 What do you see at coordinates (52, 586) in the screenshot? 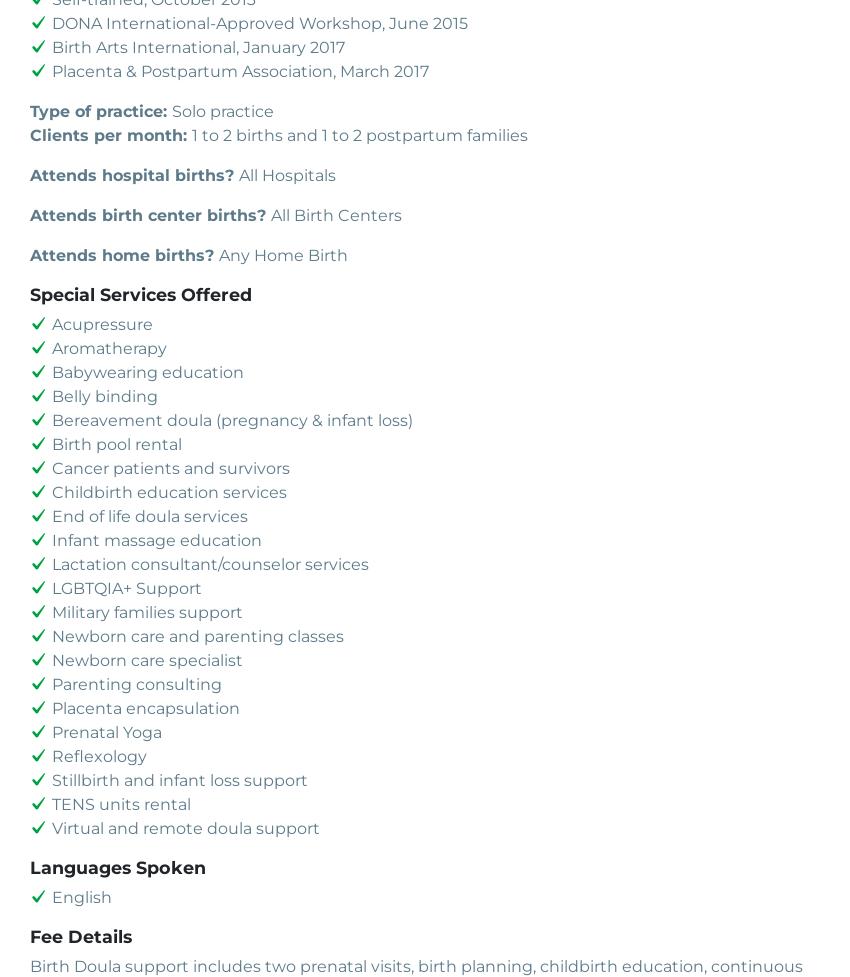
I see `'LGBTQIA+ Support'` at bounding box center [52, 586].